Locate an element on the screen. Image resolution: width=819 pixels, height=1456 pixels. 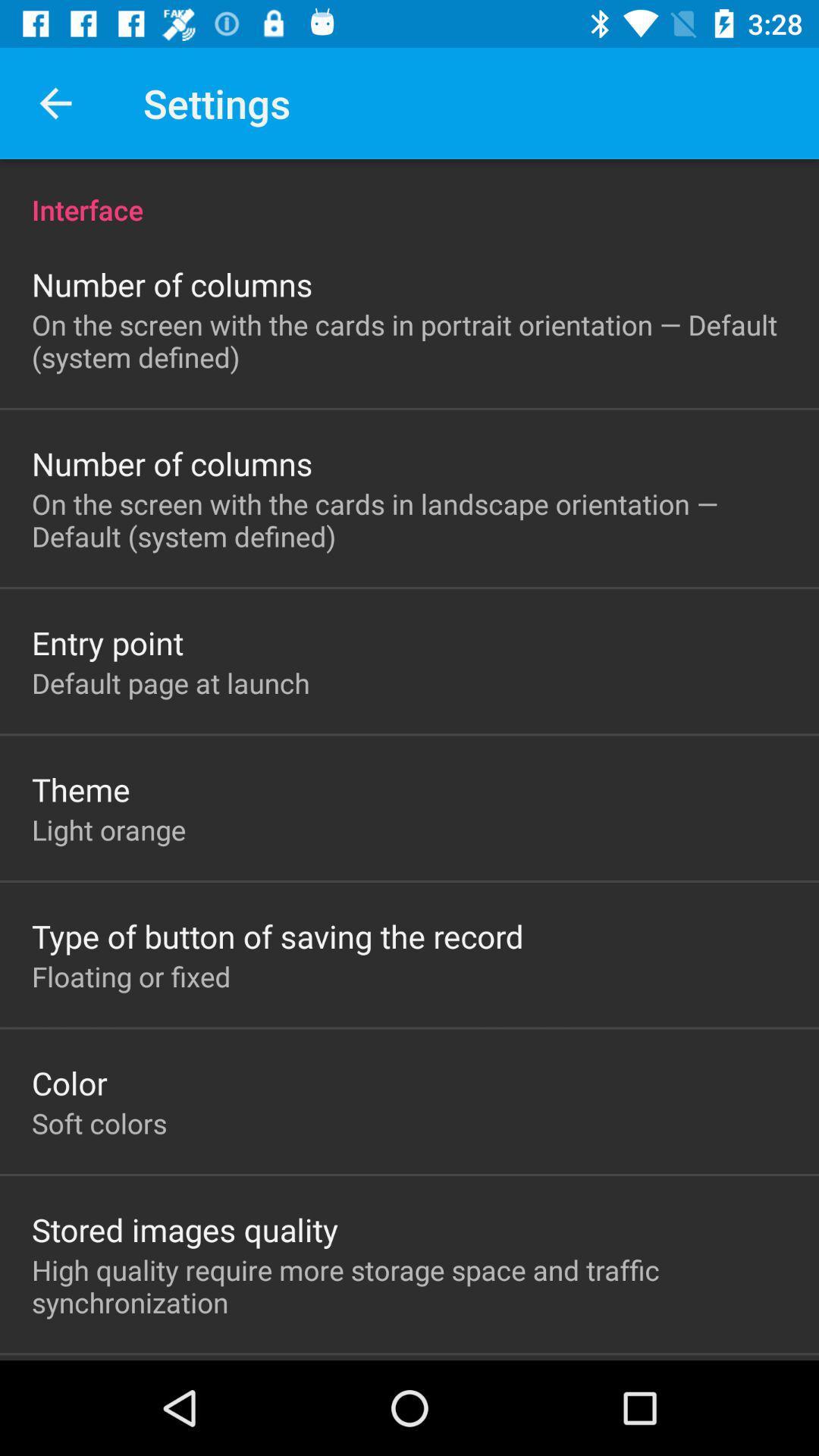
item above number of columns item is located at coordinates (409, 193).